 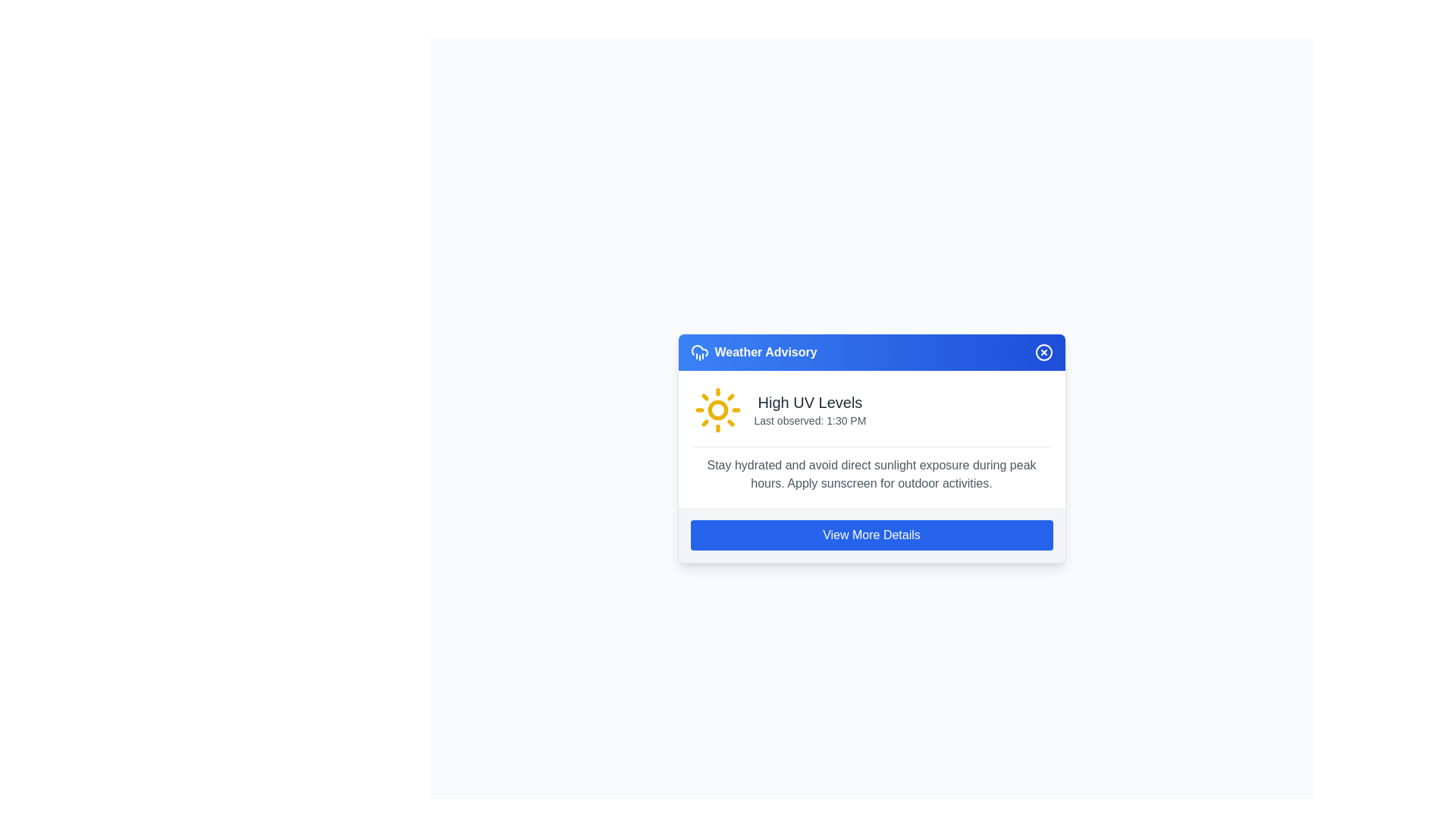 What do you see at coordinates (871, 468) in the screenshot?
I see `the text block that provides guidance on hydration and sun exposure within the 'High UV Levels' card, located above the 'View More Details' button` at bounding box center [871, 468].